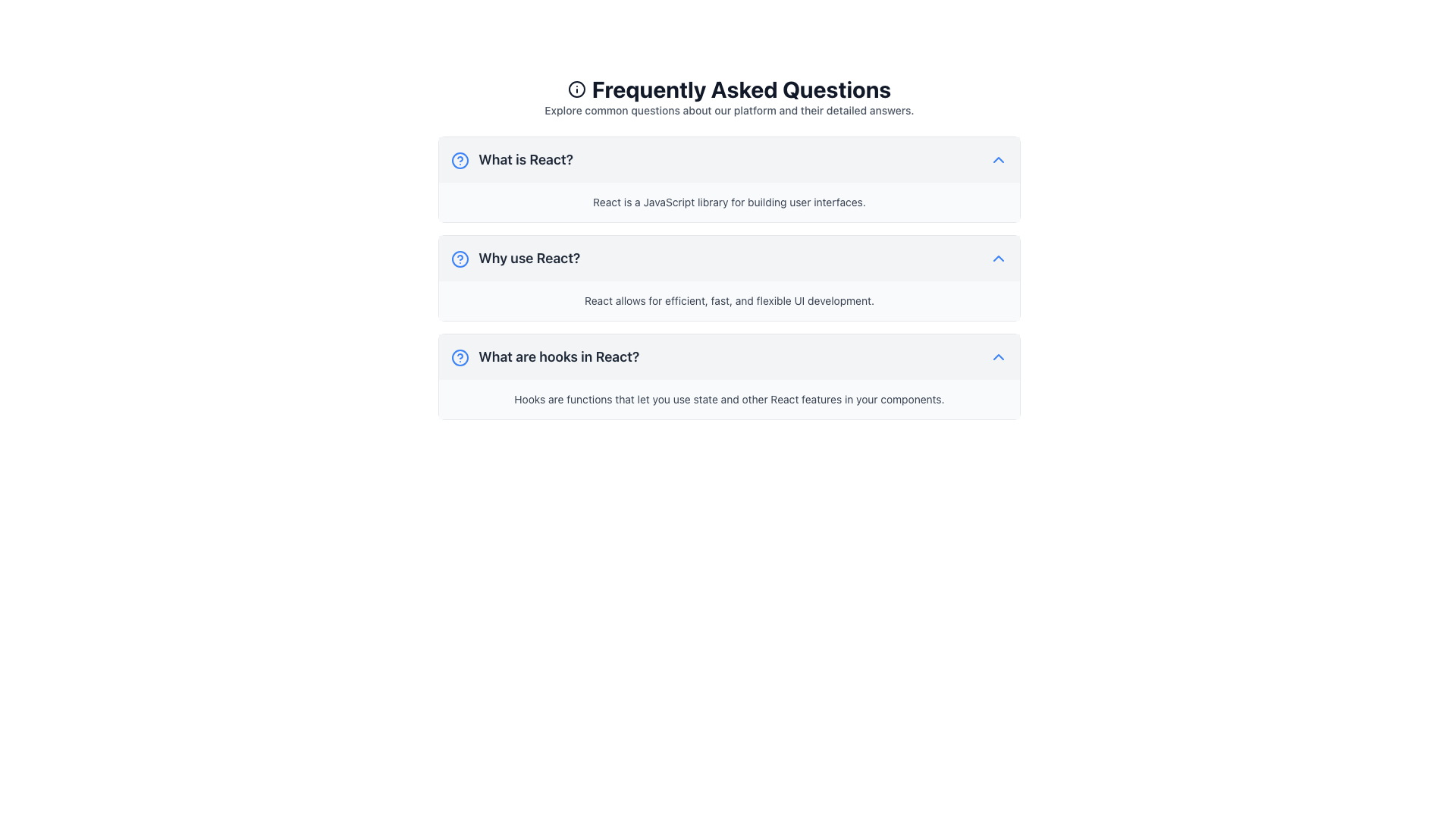 This screenshot has width=1456, height=819. What do you see at coordinates (998, 257) in the screenshot?
I see `the upward-facing blue chevron icon located in the rightmost section of the 'Why use React?' panel` at bounding box center [998, 257].